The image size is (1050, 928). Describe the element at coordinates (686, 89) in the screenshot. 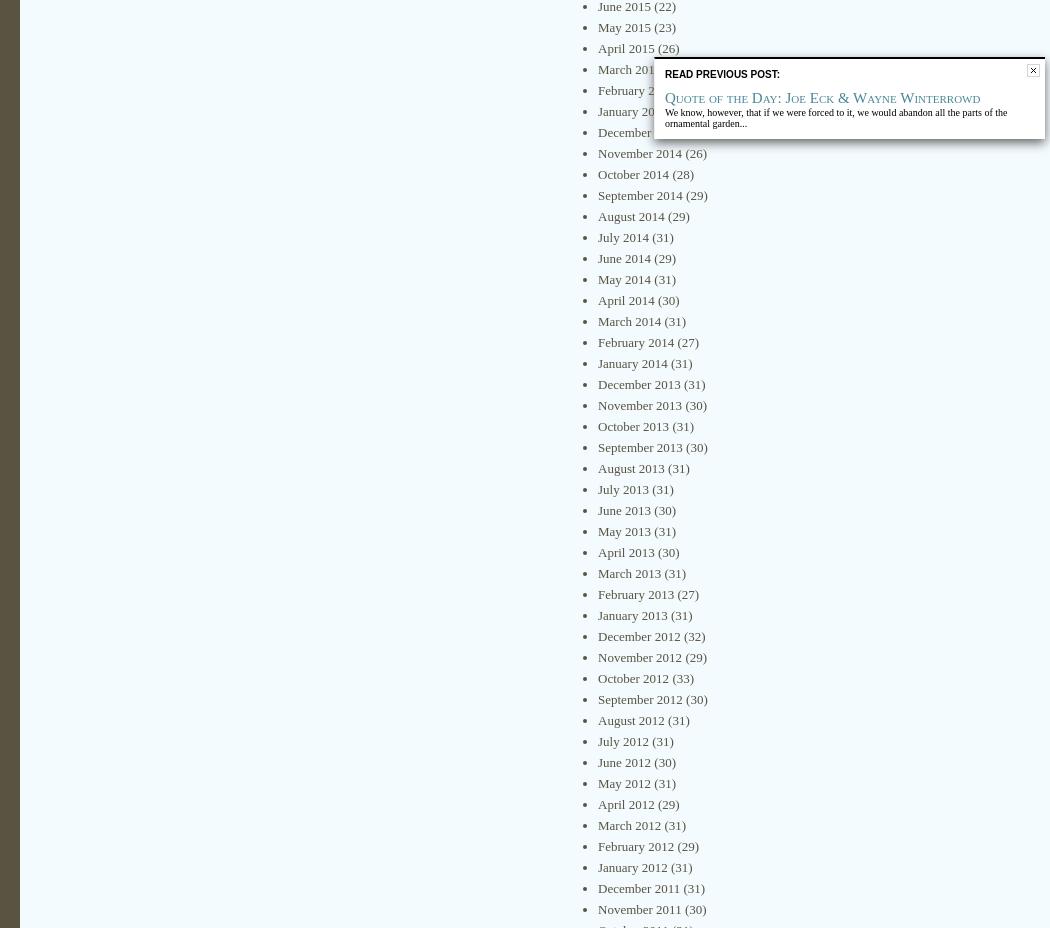

I see `'(22)'` at that location.